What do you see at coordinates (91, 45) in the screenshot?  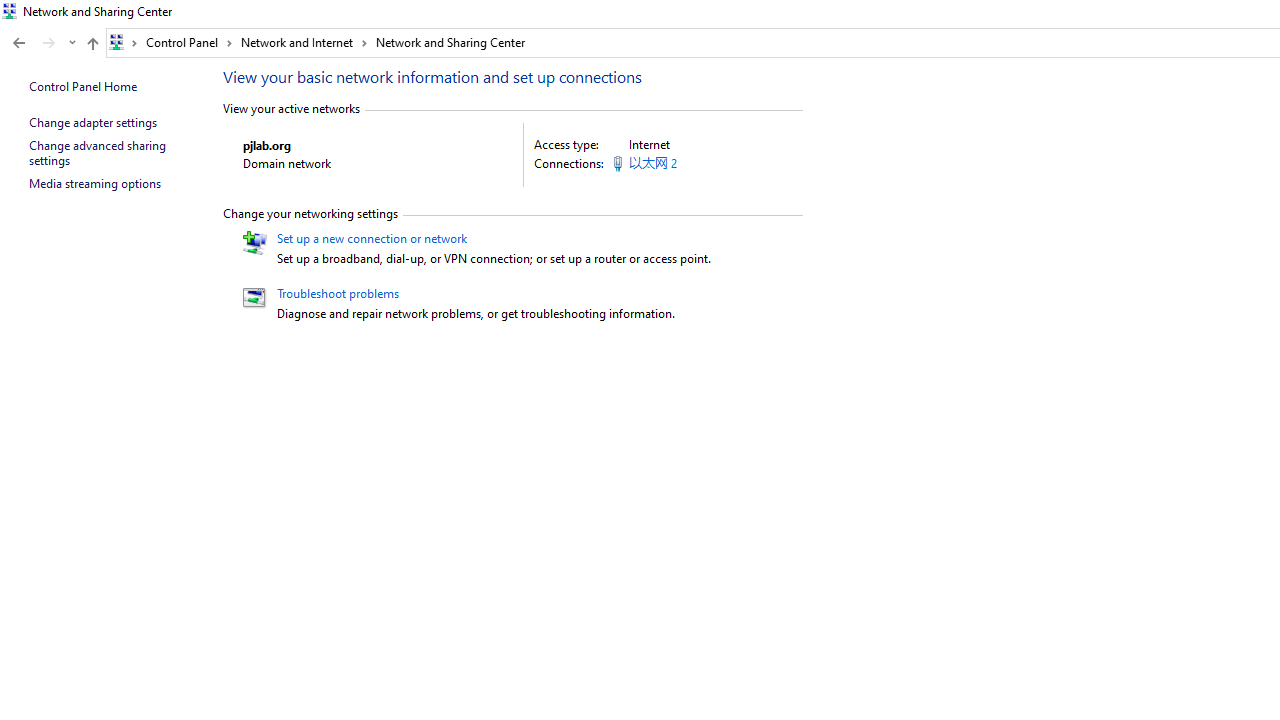 I see `'Up band toolbar'` at bounding box center [91, 45].